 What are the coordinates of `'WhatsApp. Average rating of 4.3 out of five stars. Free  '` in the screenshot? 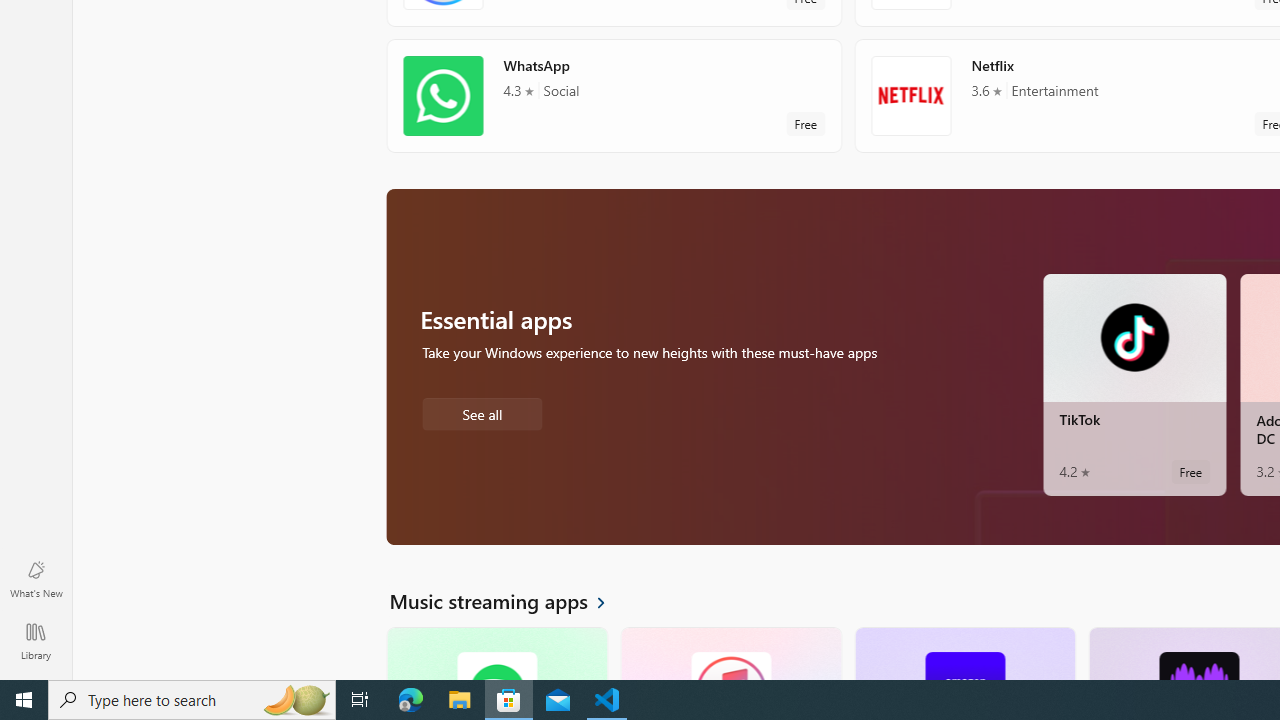 It's located at (613, 95).